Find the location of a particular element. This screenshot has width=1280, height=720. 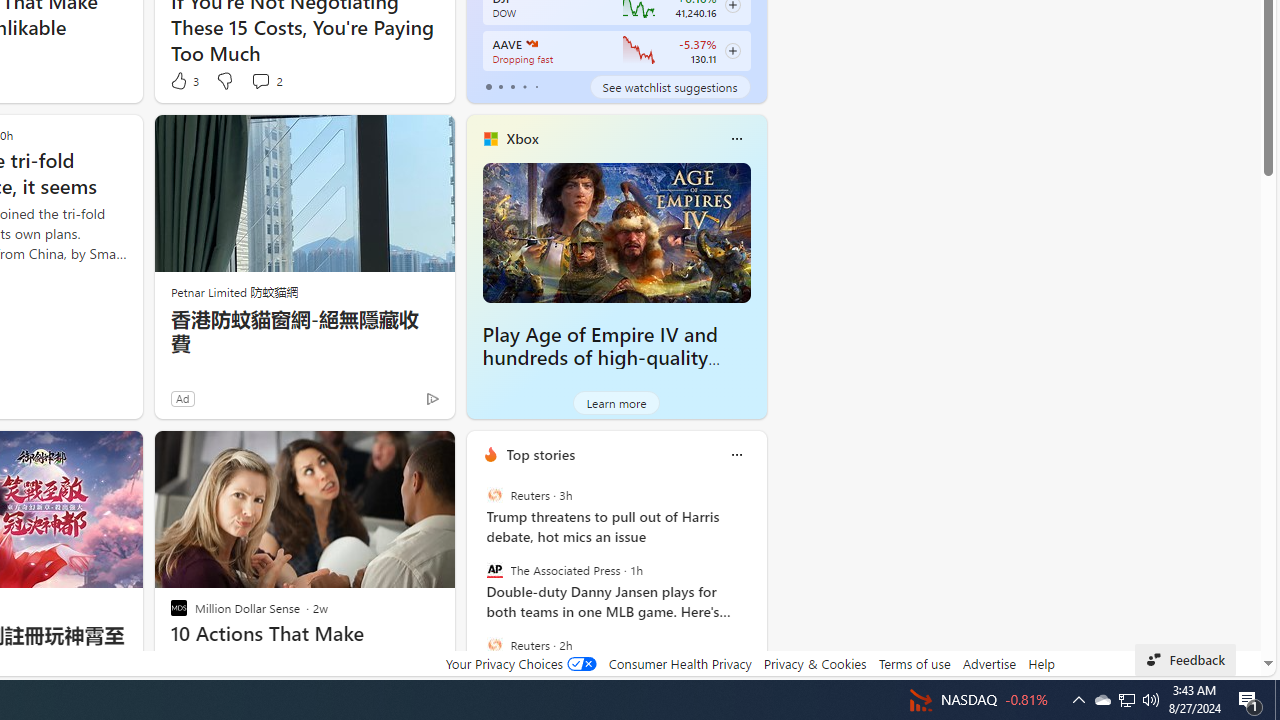

'View comments 2 Comment' is located at coordinates (259, 80).